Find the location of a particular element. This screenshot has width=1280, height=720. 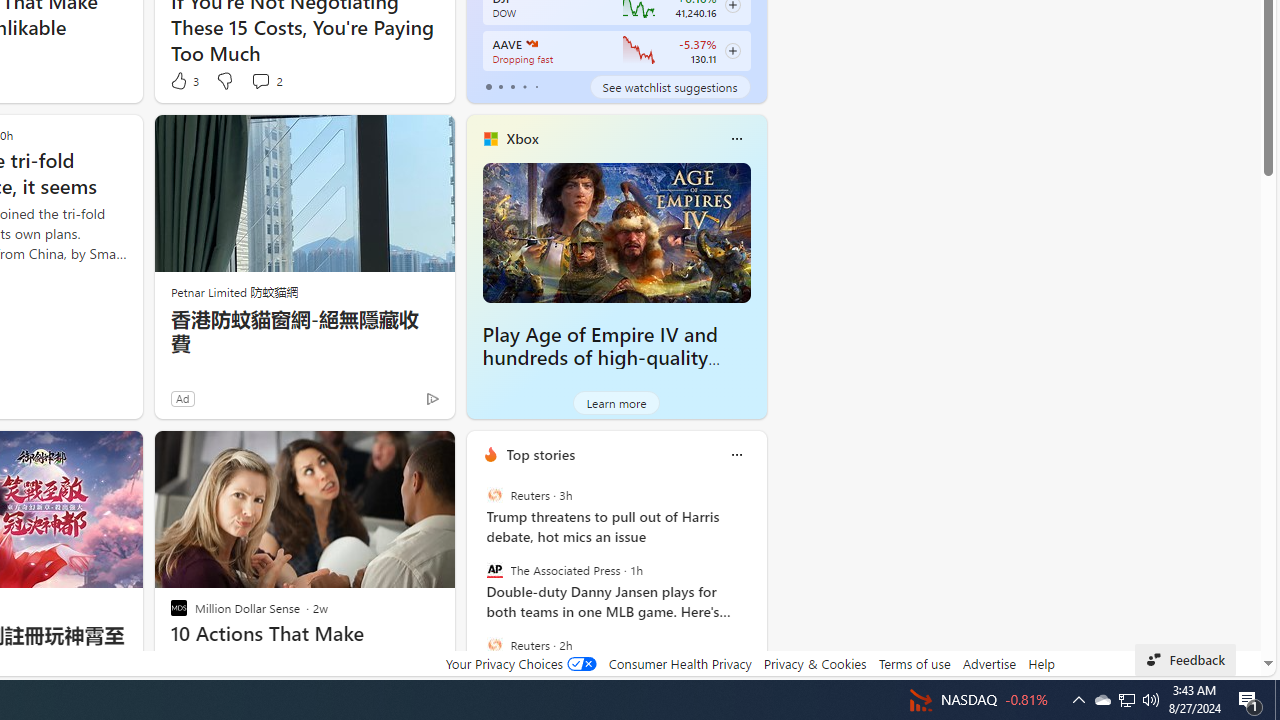

'View comments 2 Comment' is located at coordinates (259, 80).